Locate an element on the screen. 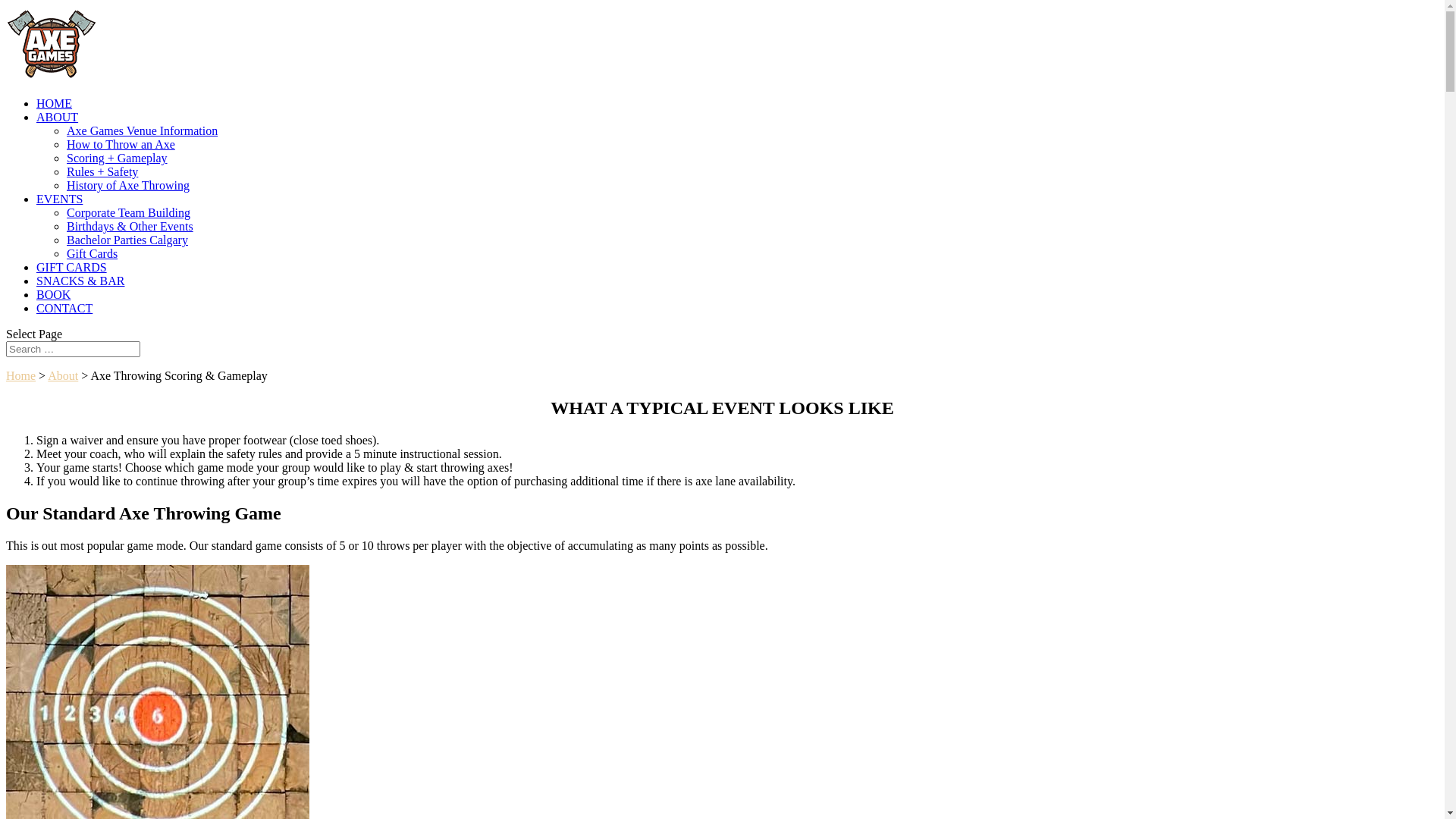 The image size is (1456, 819). 'HOME' is located at coordinates (54, 102).